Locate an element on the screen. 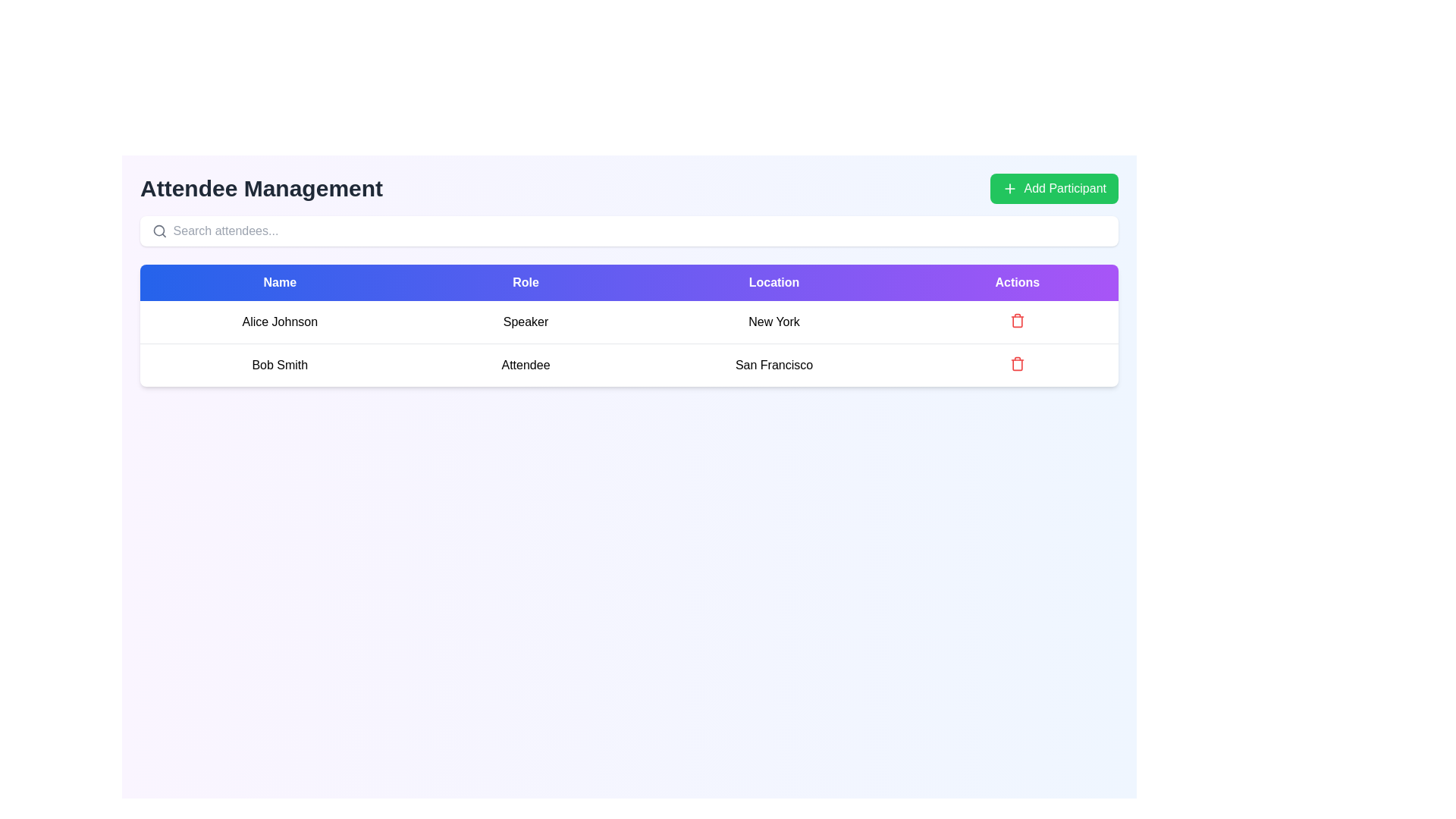 This screenshot has width=1456, height=819. the search icon, which is represented by a magnifying glass graphic, located to the left of the search bar beneath the title 'Attendee Management' is located at coordinates (159, 231).